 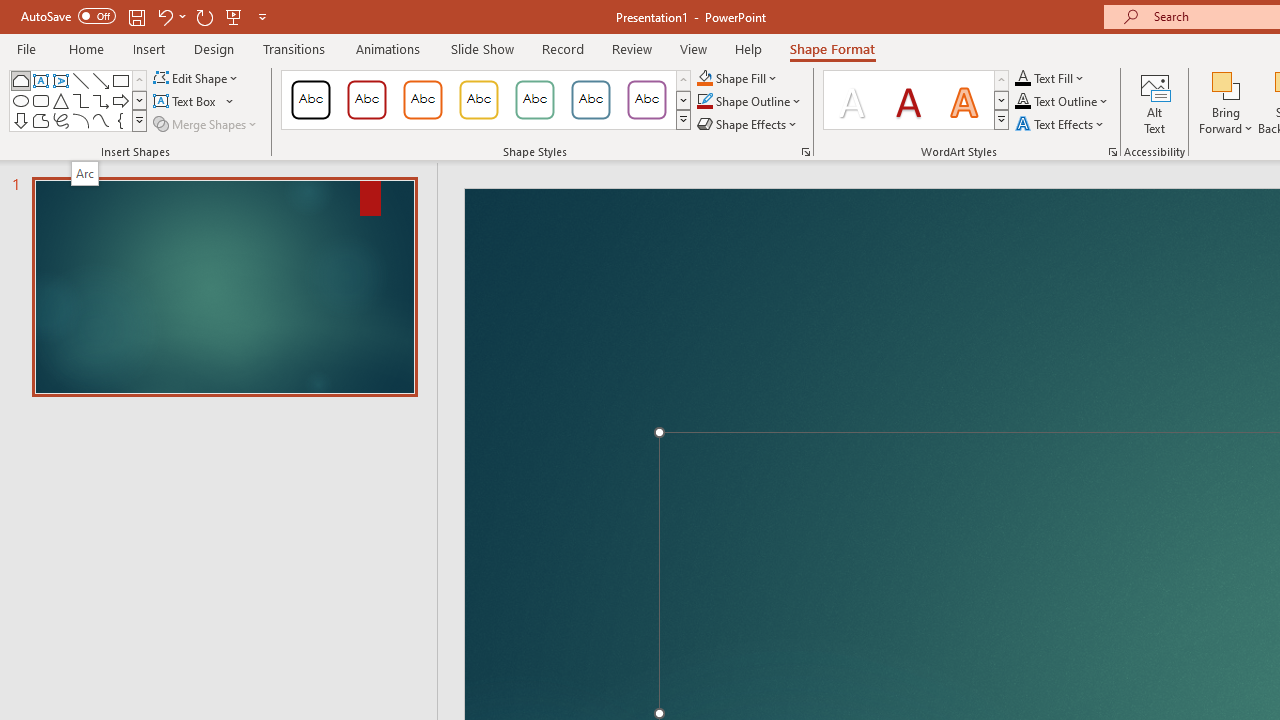 I want to click on 'Fill: White, Text color 1; Shadow', so click(x=853, y=100).